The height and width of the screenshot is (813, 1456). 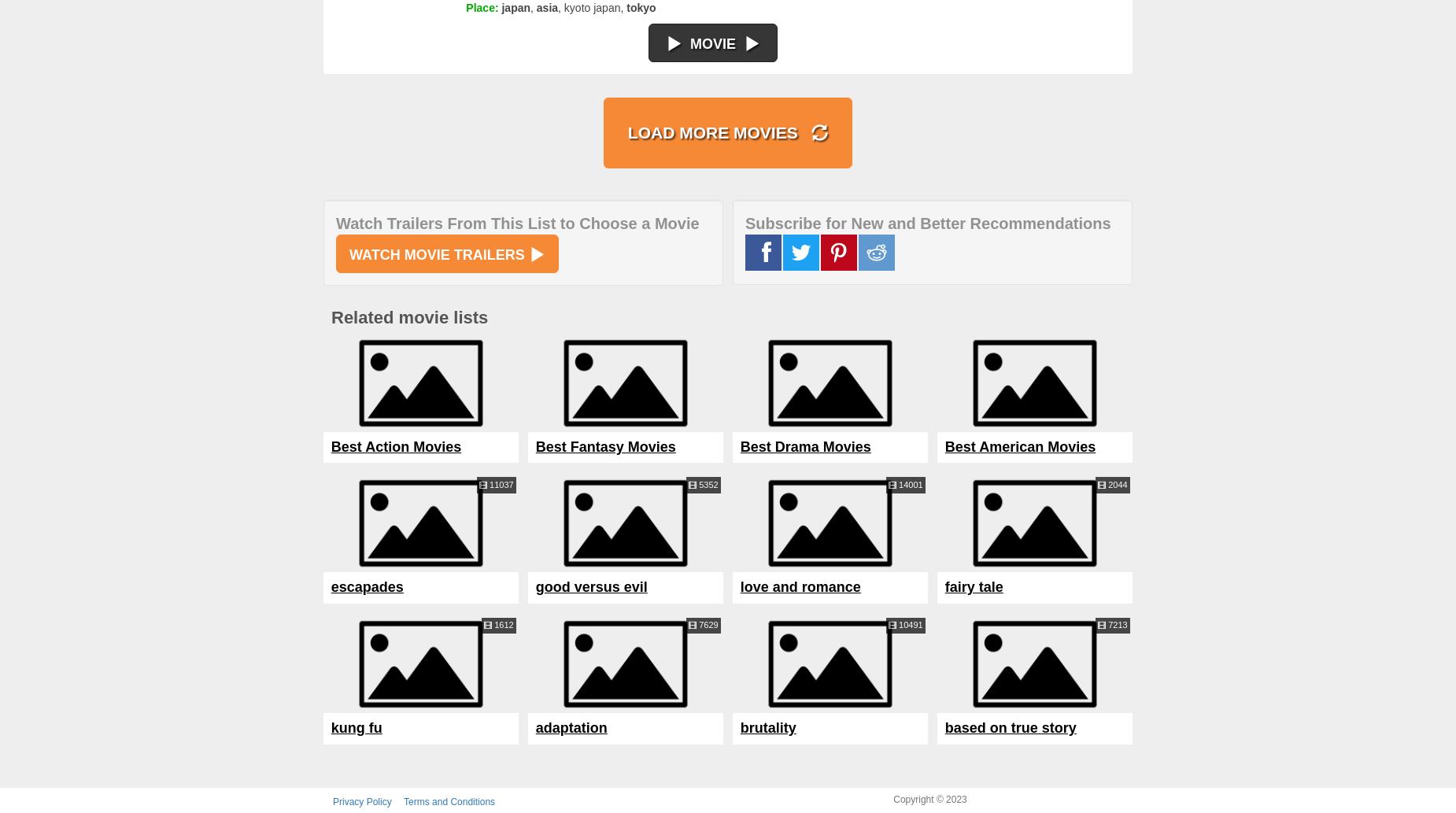 I want to click on 'Best Action Movies', so click(x=396, y=445).